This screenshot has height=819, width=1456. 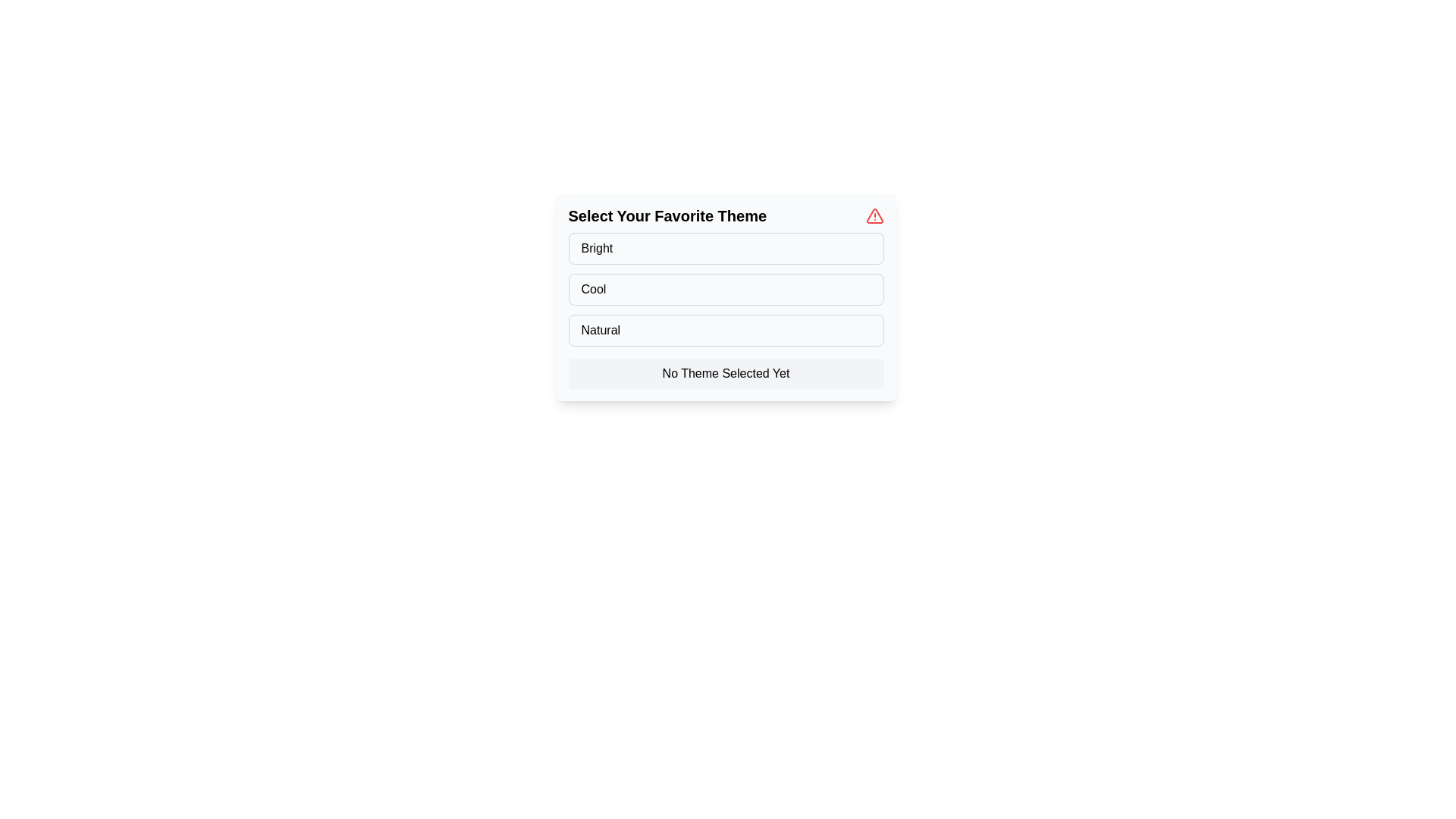 I want to click on the warning icon located in the top-right corner of the 'Select Your Favorite Theme' card layout, which serves as a visual indicator for alerts or warnings, so click(x=874, y=216).